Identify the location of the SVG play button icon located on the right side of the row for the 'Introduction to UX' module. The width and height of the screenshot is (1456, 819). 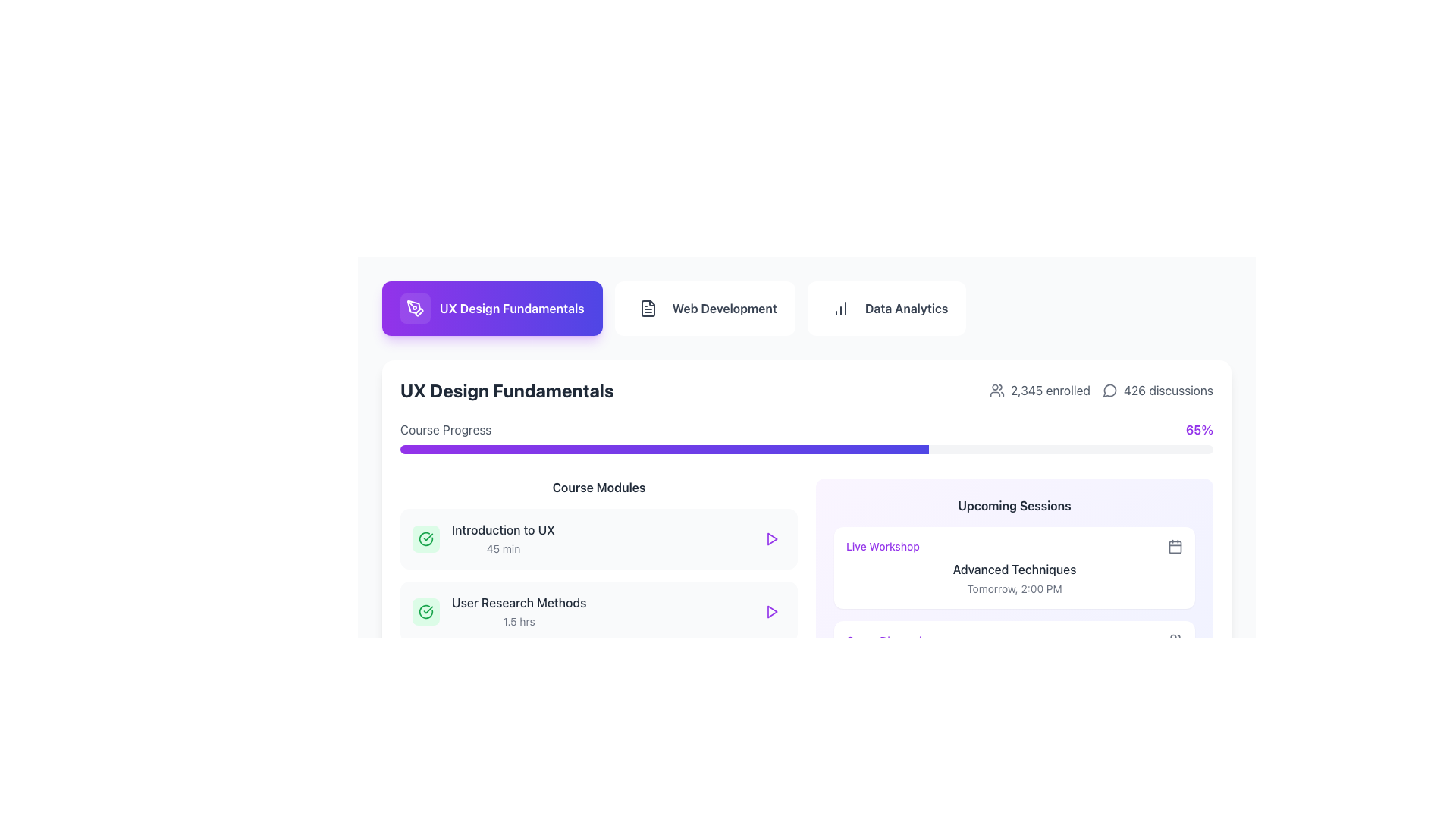
(771, 538).